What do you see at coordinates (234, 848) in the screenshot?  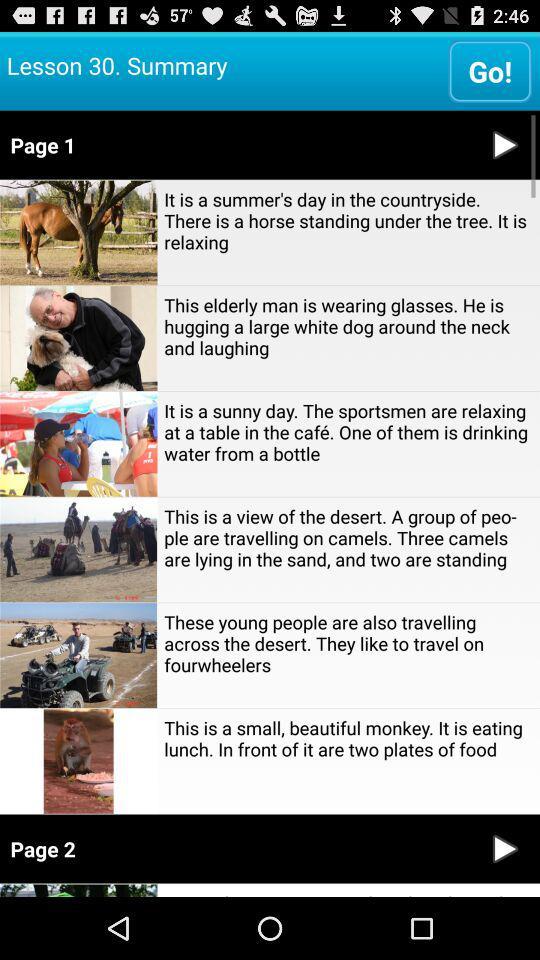 I see `the page 2 icon` at bounding box center [234, 848].